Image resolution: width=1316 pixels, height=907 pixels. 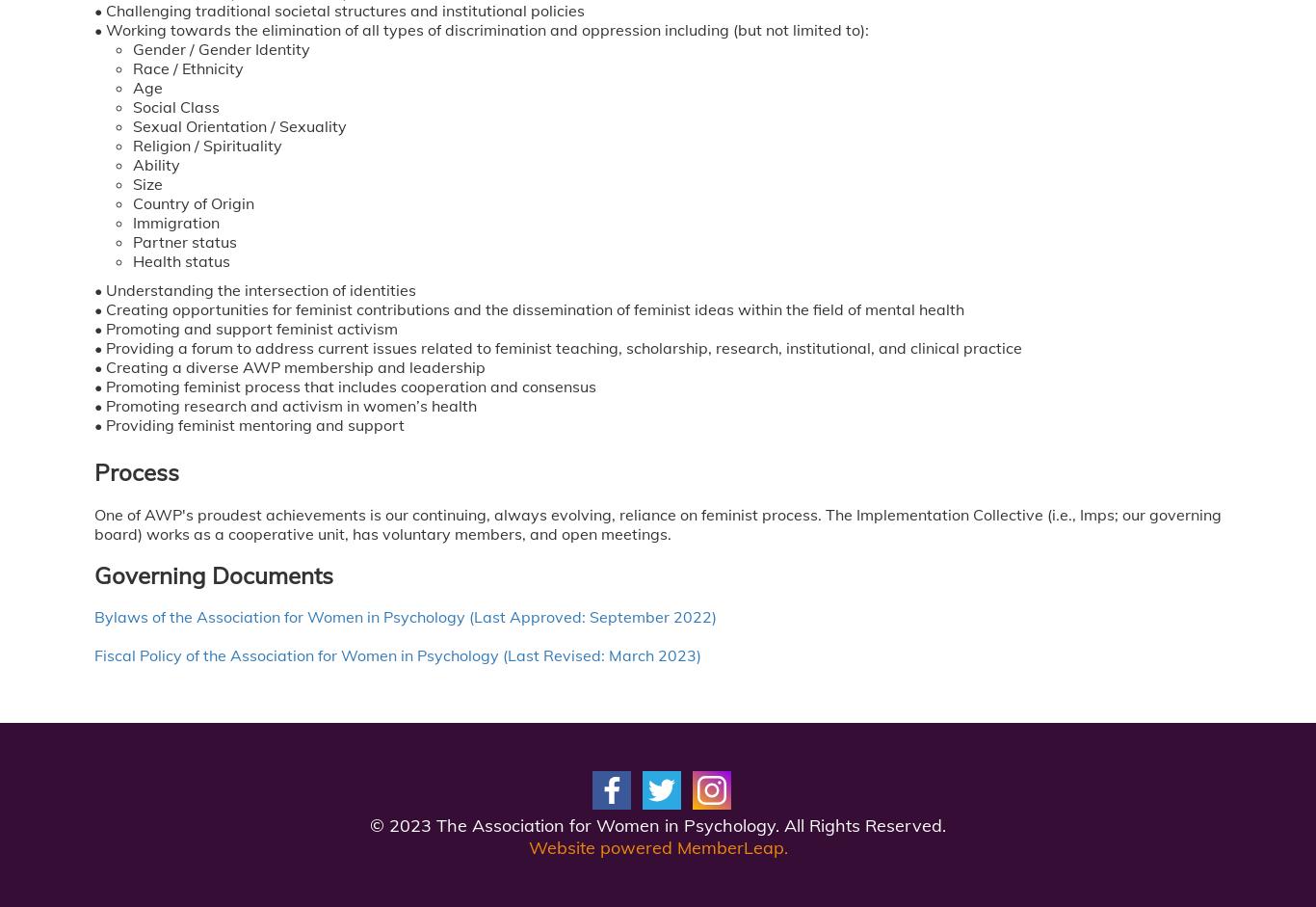 I want to click on 'Process', so click(x=136, y=470).